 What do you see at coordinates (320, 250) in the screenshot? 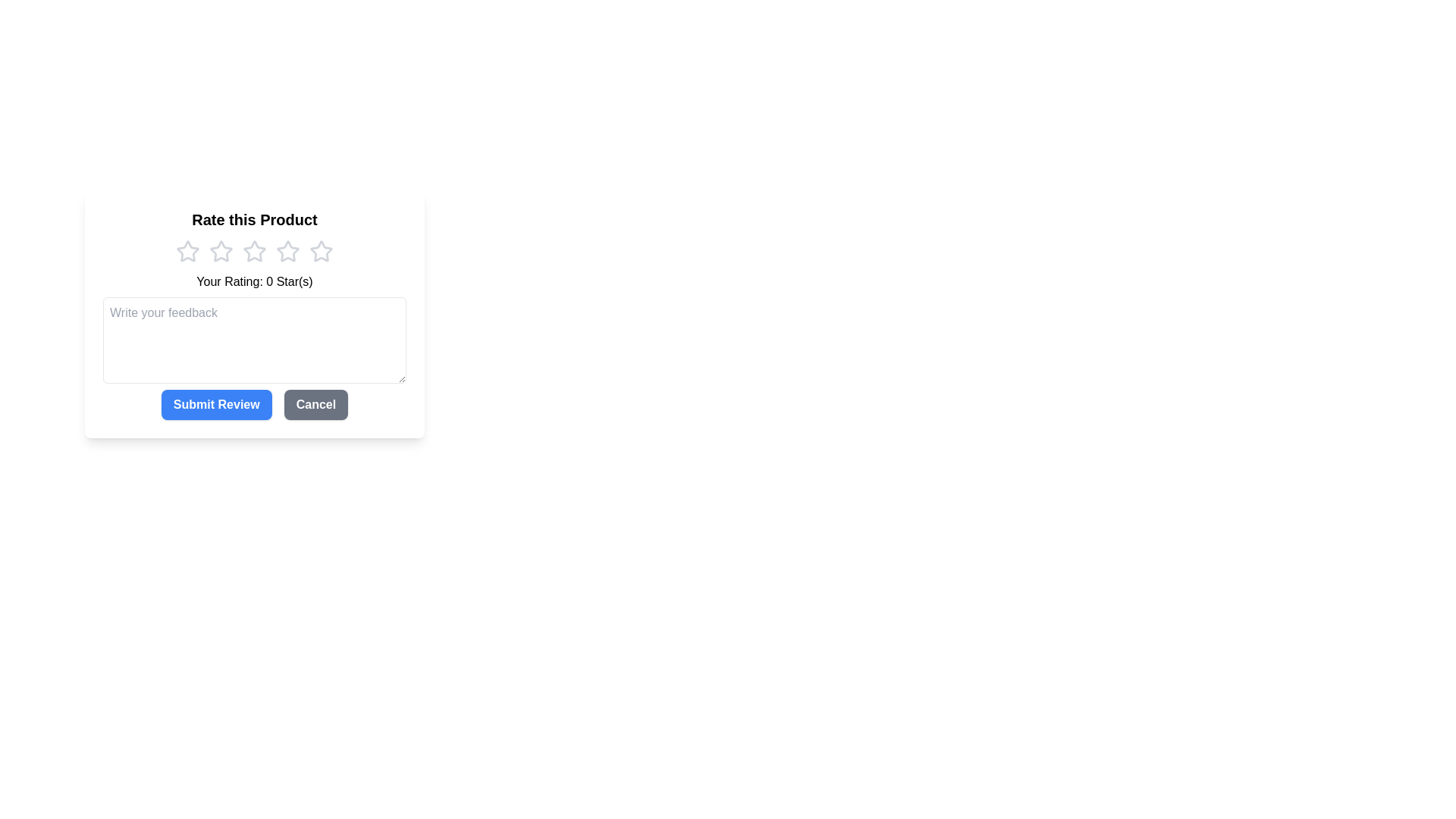
I see `the fifth unfilled gray star icon for further interaction in the 'Rate this Product' section, located above 'Your Rating: 0 Star(s)'` at bounding box center [320, 250].